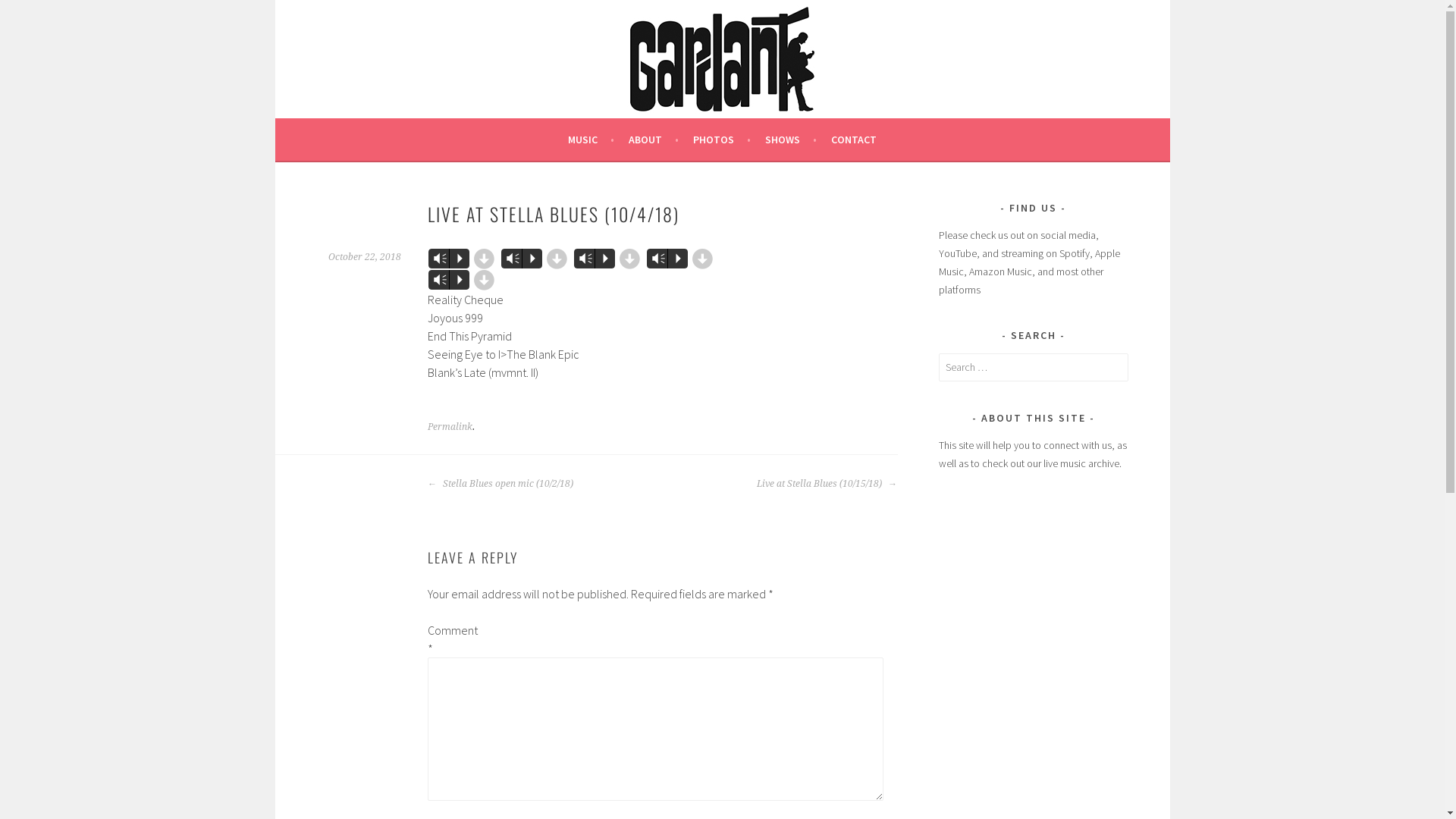 This screenshot has height=819, width=1456. Describe the element at coordinates (830, 140) in the screenshot. I see `'CONTACT'` at that location.